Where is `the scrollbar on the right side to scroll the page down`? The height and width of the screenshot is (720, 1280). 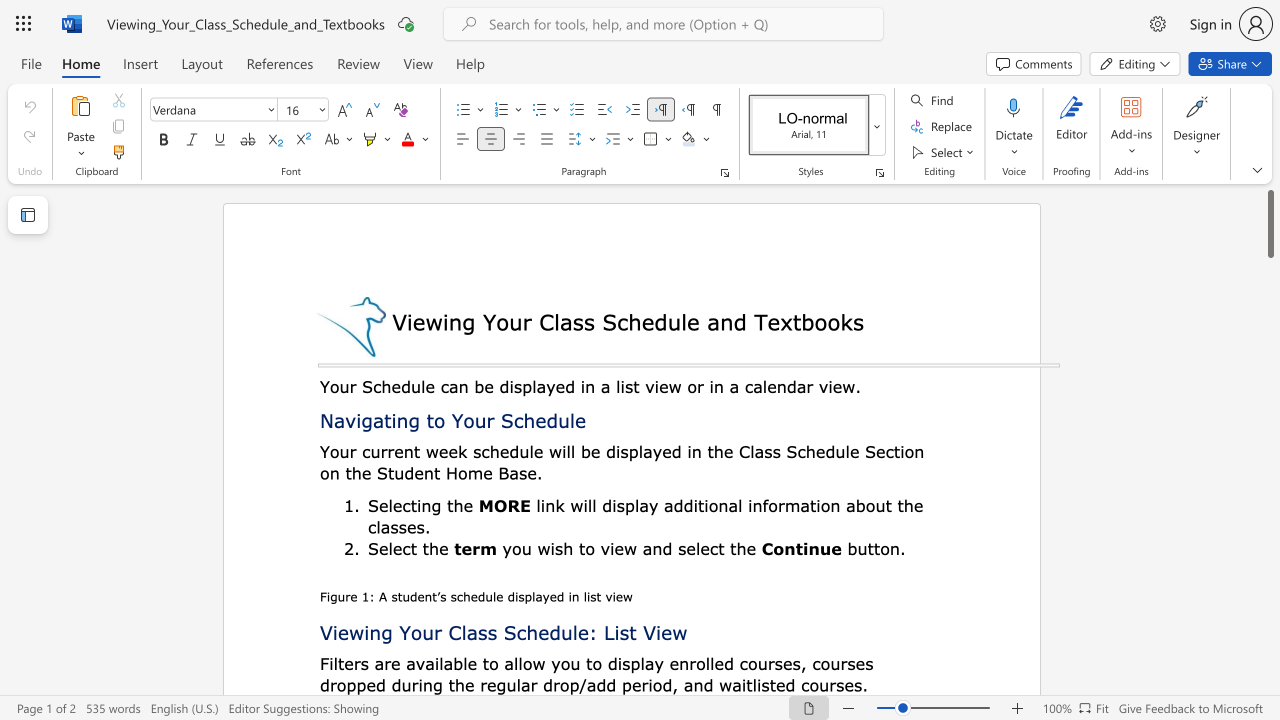 the scrollbar on the right side to scroll the page down is located at coordinates (1269, 618).